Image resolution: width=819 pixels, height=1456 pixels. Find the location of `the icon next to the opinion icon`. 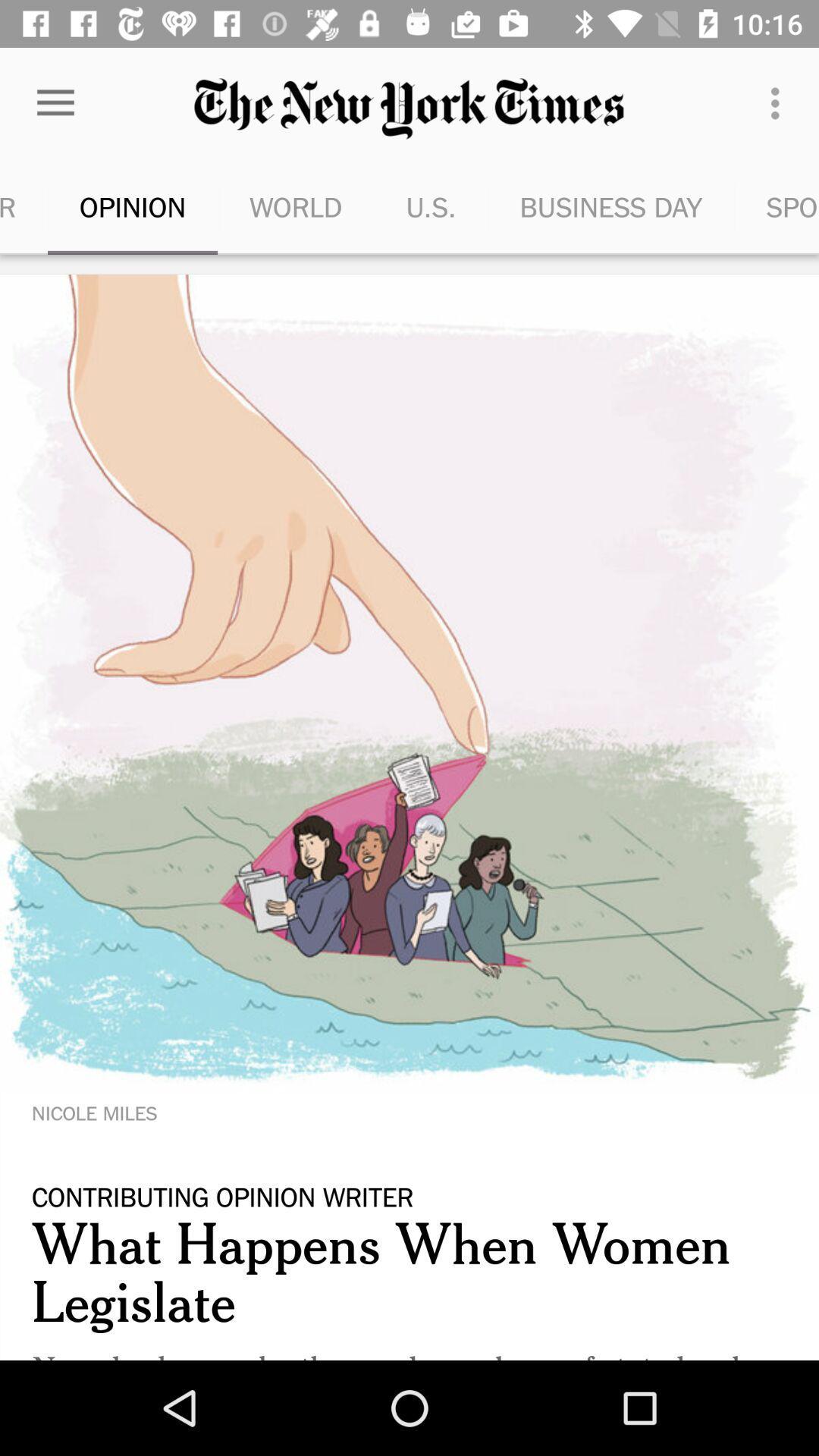

the icon next to the opinion icon is located at coordinates (24, 206).